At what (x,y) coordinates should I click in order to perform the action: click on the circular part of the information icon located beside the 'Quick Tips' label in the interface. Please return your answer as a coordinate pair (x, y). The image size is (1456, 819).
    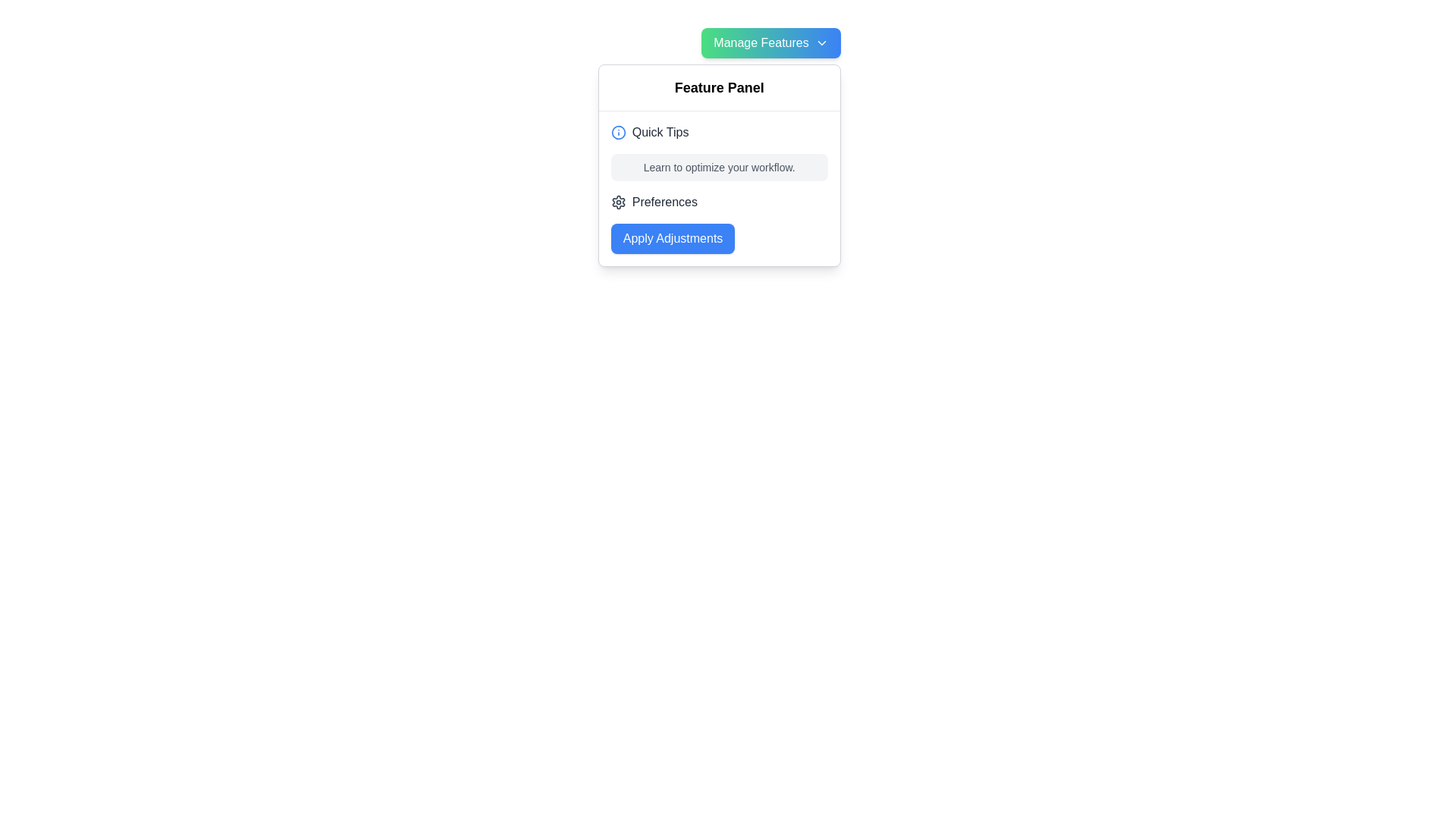
    Looking at the image, I should click on (618, 131).